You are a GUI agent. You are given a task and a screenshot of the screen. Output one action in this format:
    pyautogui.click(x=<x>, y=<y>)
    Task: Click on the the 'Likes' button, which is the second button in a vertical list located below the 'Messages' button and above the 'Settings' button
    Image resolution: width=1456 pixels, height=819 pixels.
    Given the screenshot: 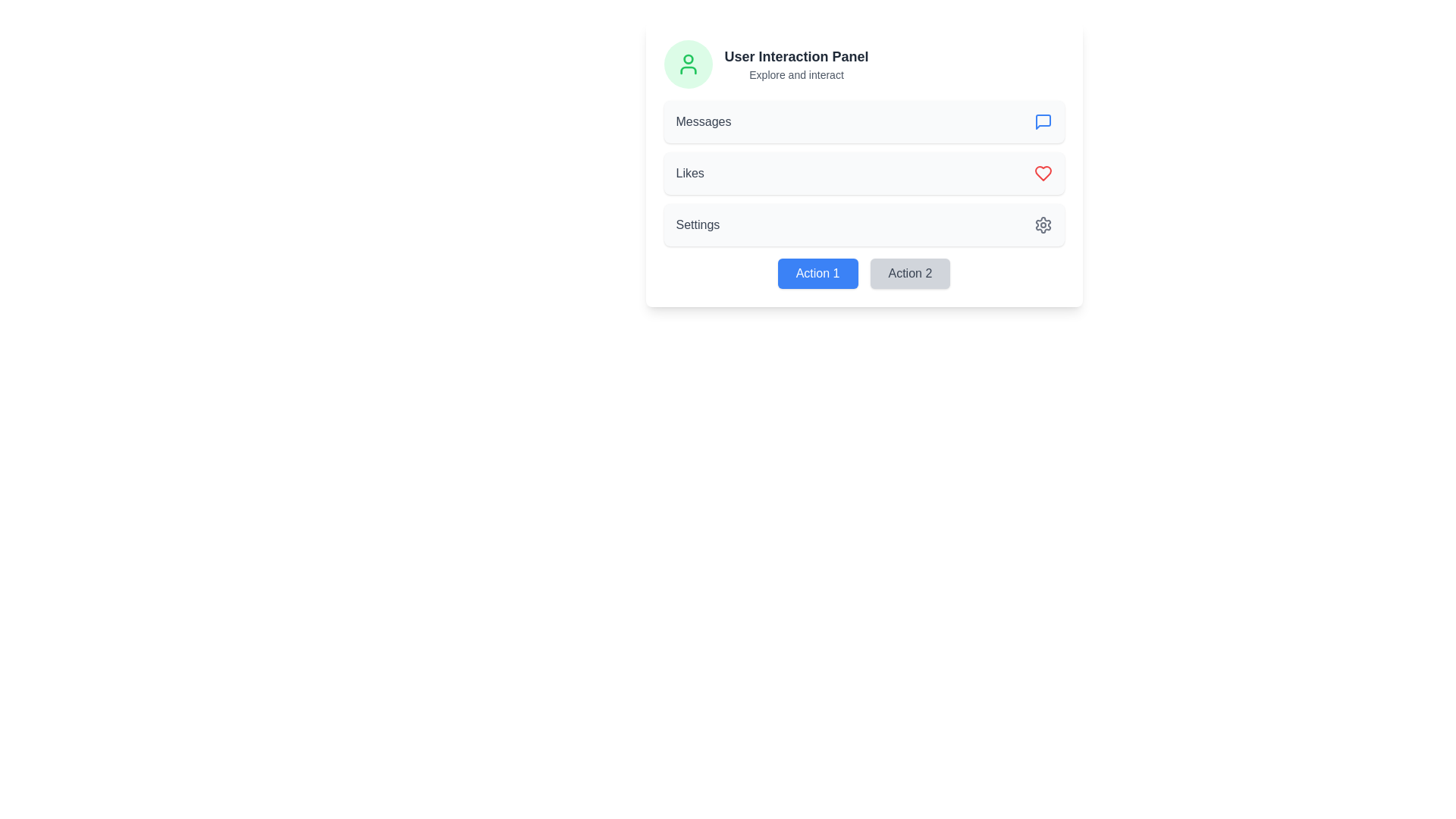 What is the action you would take?
    pyautogui.click(x=864, y=172)
    